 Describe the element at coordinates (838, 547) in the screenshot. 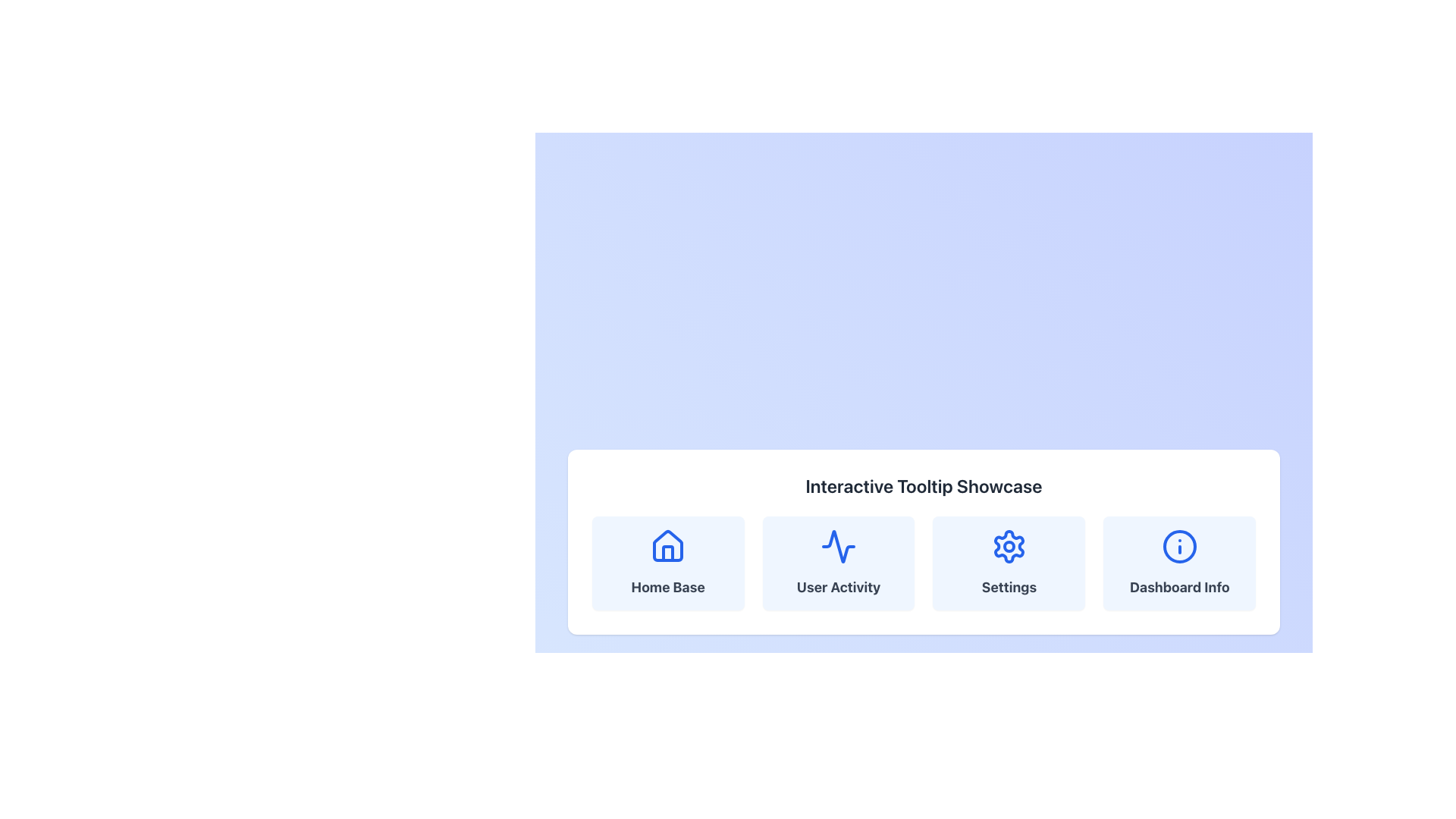

I see `the graphical representation of the activity graph icon located in the 'User Activity' card, which is the second card in a row of four cards` at that location.